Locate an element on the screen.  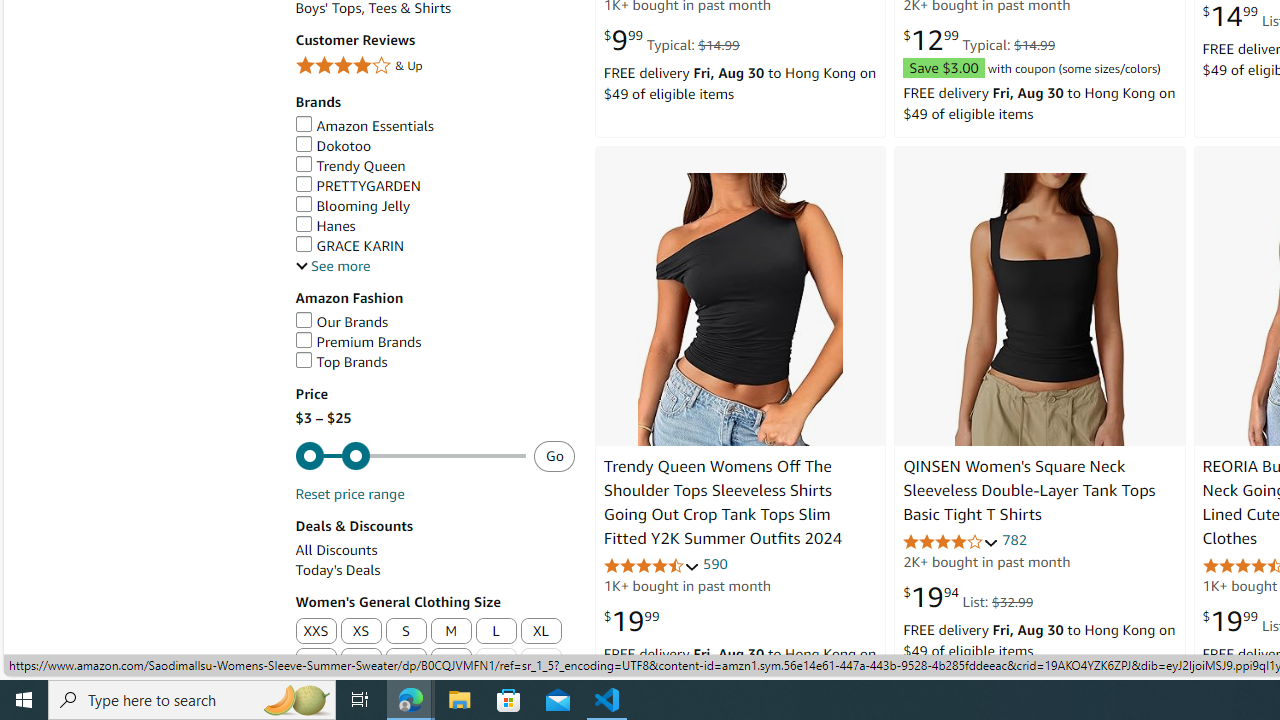
'4 Stars & Up' is located at coordinates (433, 65).